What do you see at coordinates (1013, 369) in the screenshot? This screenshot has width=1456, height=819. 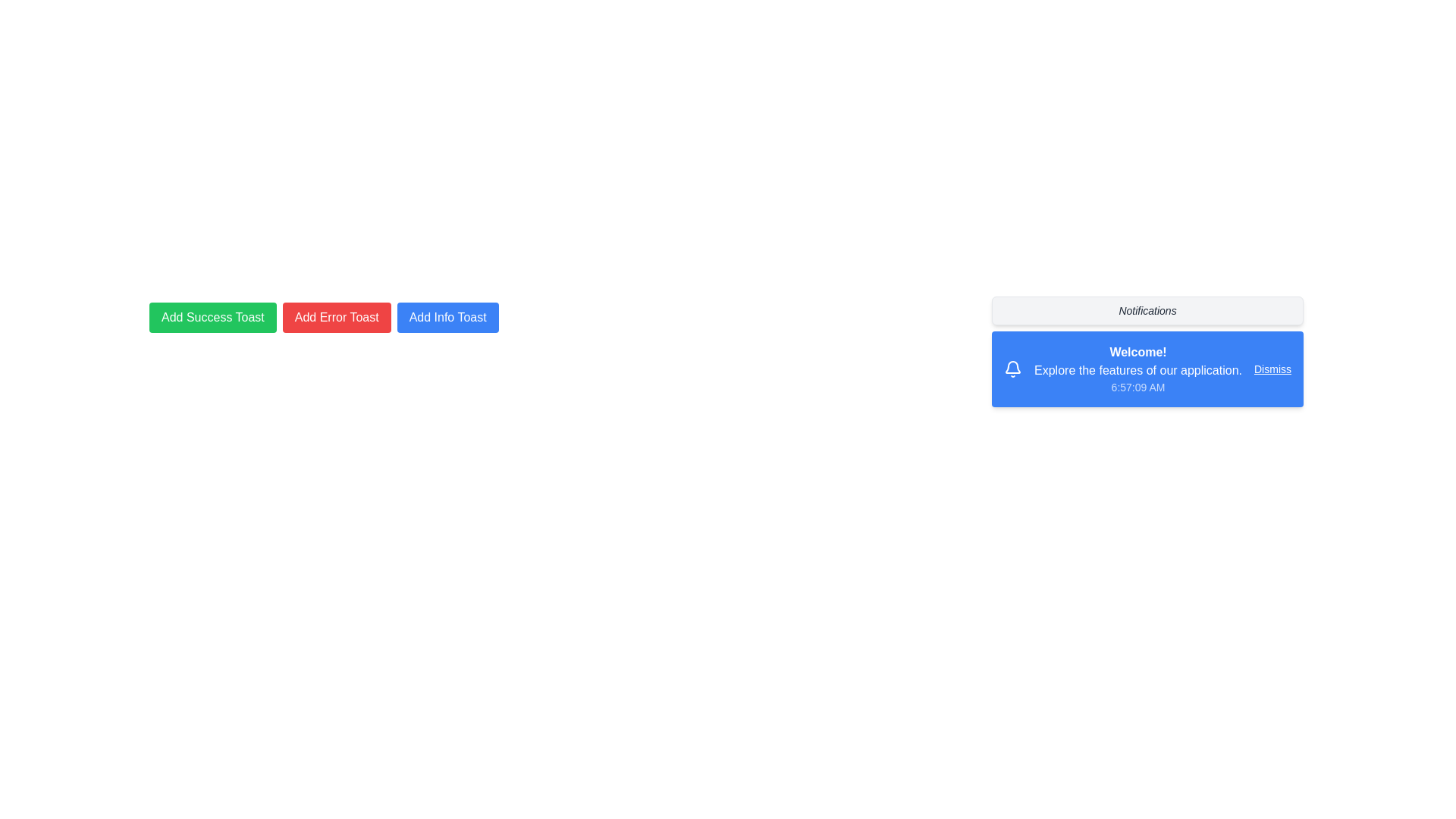 I see `the notification icon that indicates the presence of a message or alert, located to the left of the title 'Welcome!' in the notification card` at bounding box center [1013, 369].